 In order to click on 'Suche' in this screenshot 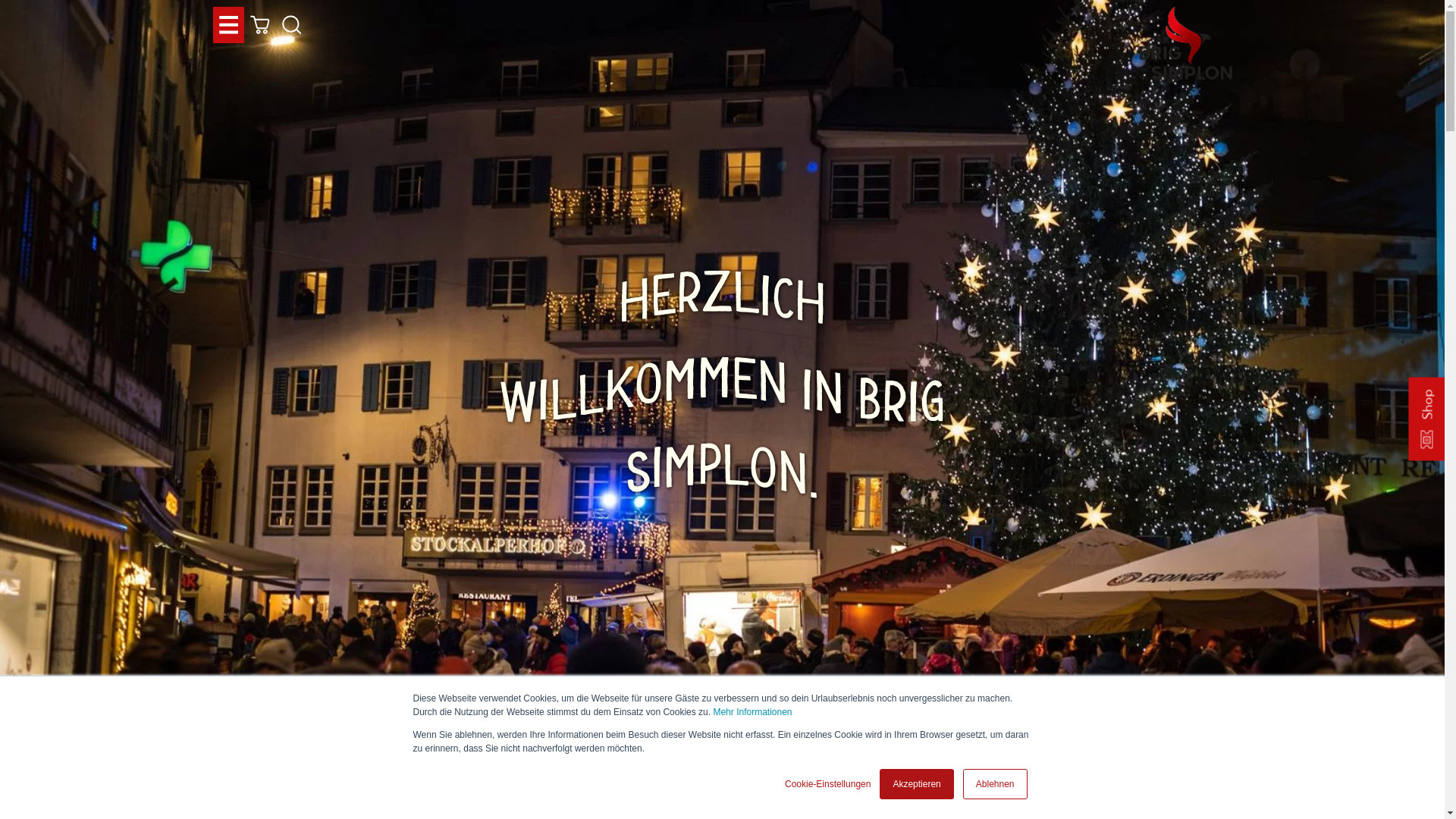, I will do `click(276, 25)`.